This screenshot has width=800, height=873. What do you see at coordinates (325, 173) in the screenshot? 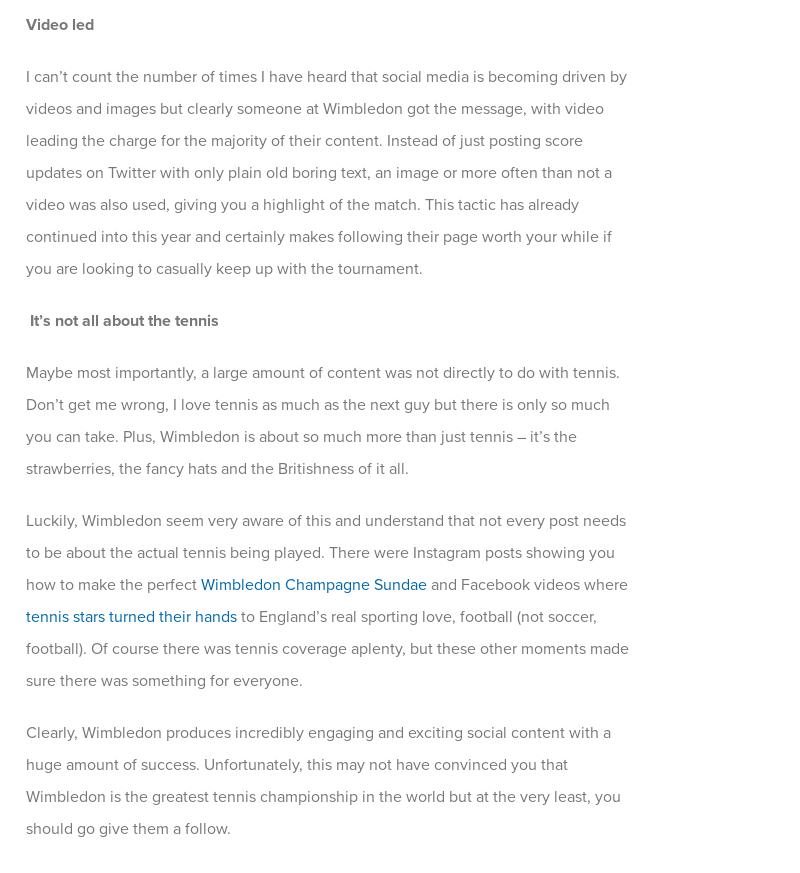
I see `'I can’t count the number of times I have heard that social media is becoming driven by videos and images but clearly someone at Wimbledon got the message, with video leading the charge for the majority of their content. Instead of just posting score updates on Twitter with only plain old boring text, an image or more often than not a video was also used, giving you a highlight of the match. This tactic has already continued into this year and certainly makes following their page worth your while if you are looking to casually keep up with the tournament.'` at bounding box center [325, 173].